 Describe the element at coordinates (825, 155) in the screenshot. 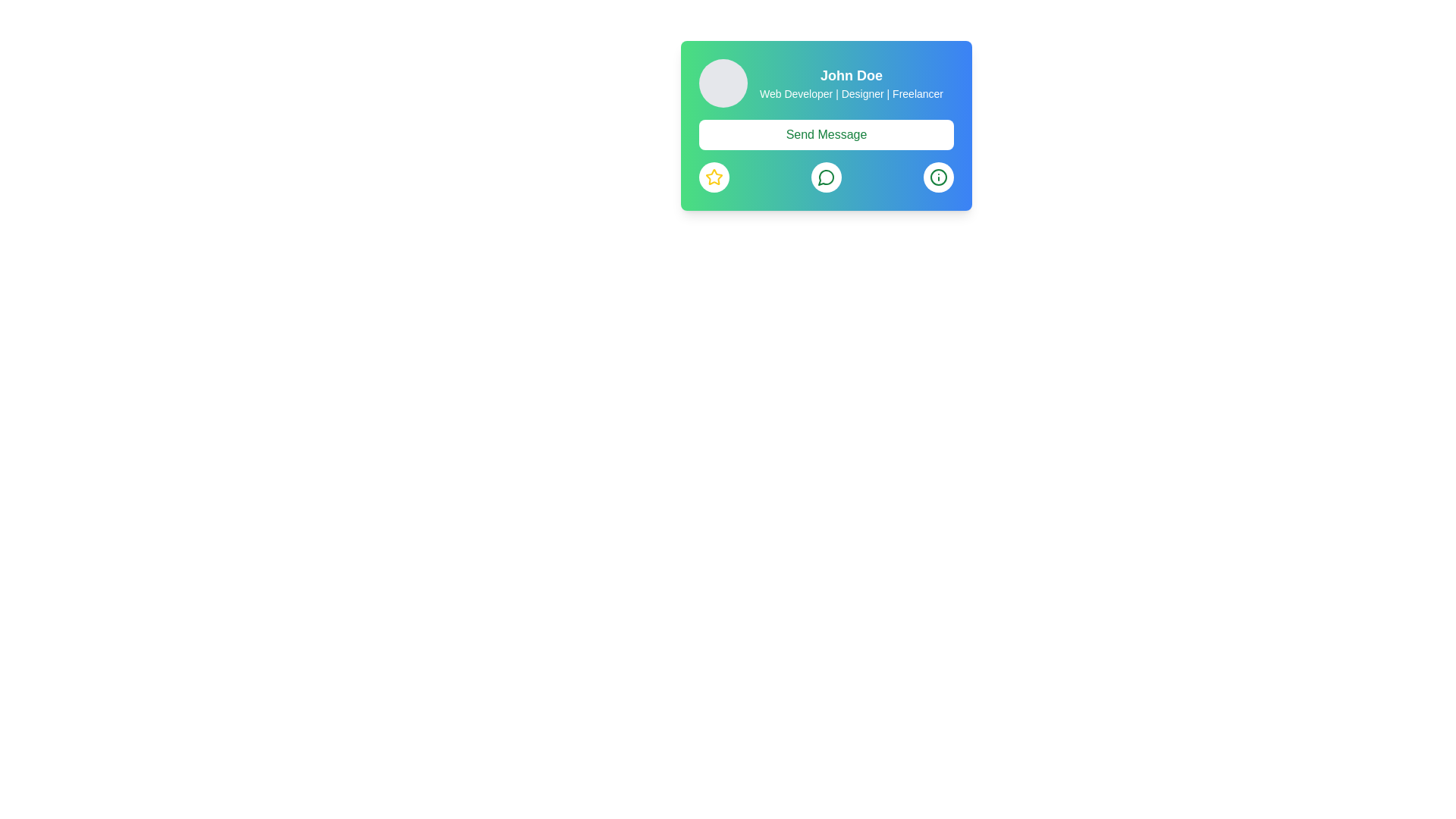

I see `the message-sending button located centrally within the card component, directly below the user's name and description, to initiate the message-sending action` at that location.